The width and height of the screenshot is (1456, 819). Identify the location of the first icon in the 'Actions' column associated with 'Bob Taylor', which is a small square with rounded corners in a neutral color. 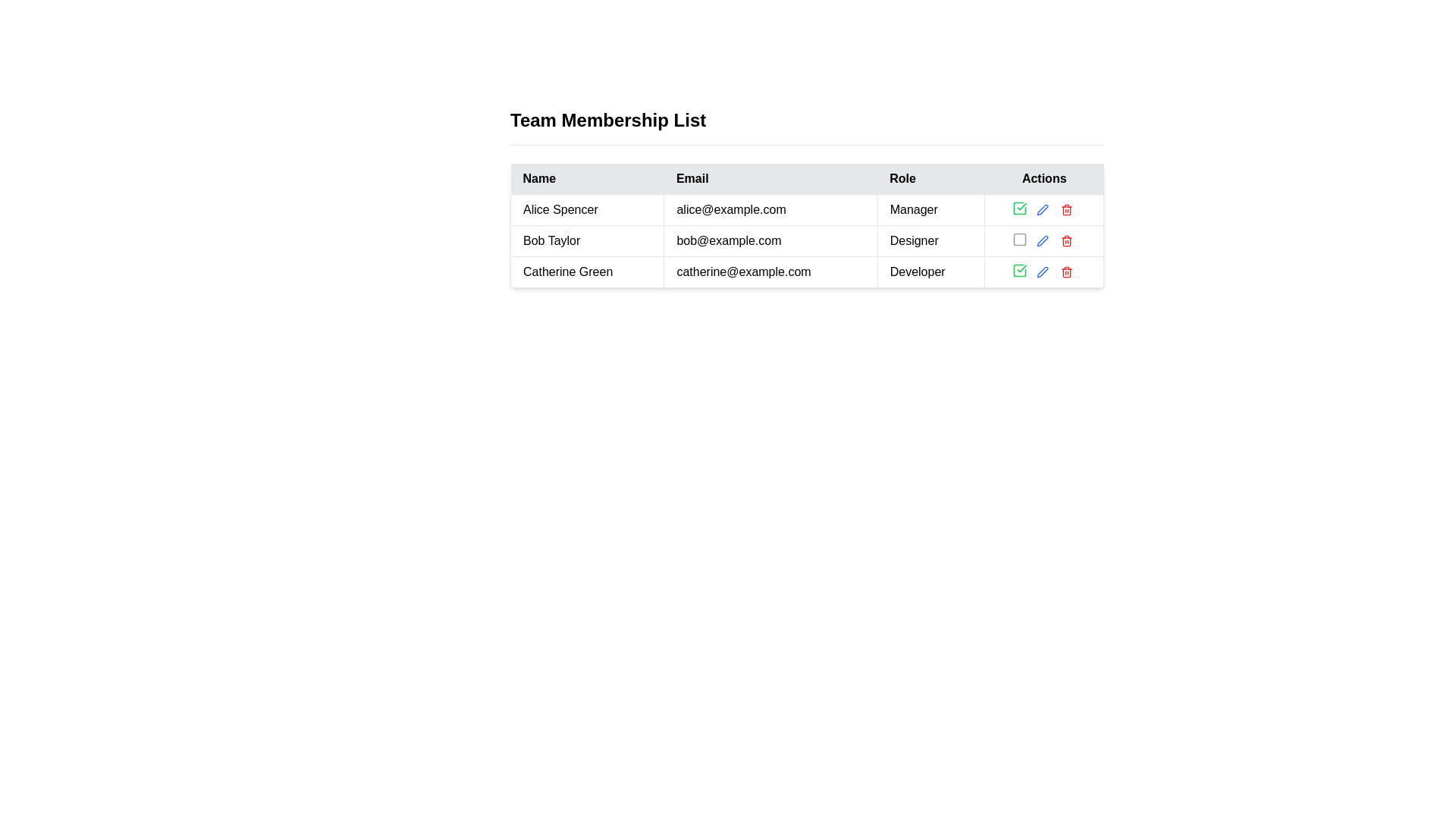
(1020, 239).